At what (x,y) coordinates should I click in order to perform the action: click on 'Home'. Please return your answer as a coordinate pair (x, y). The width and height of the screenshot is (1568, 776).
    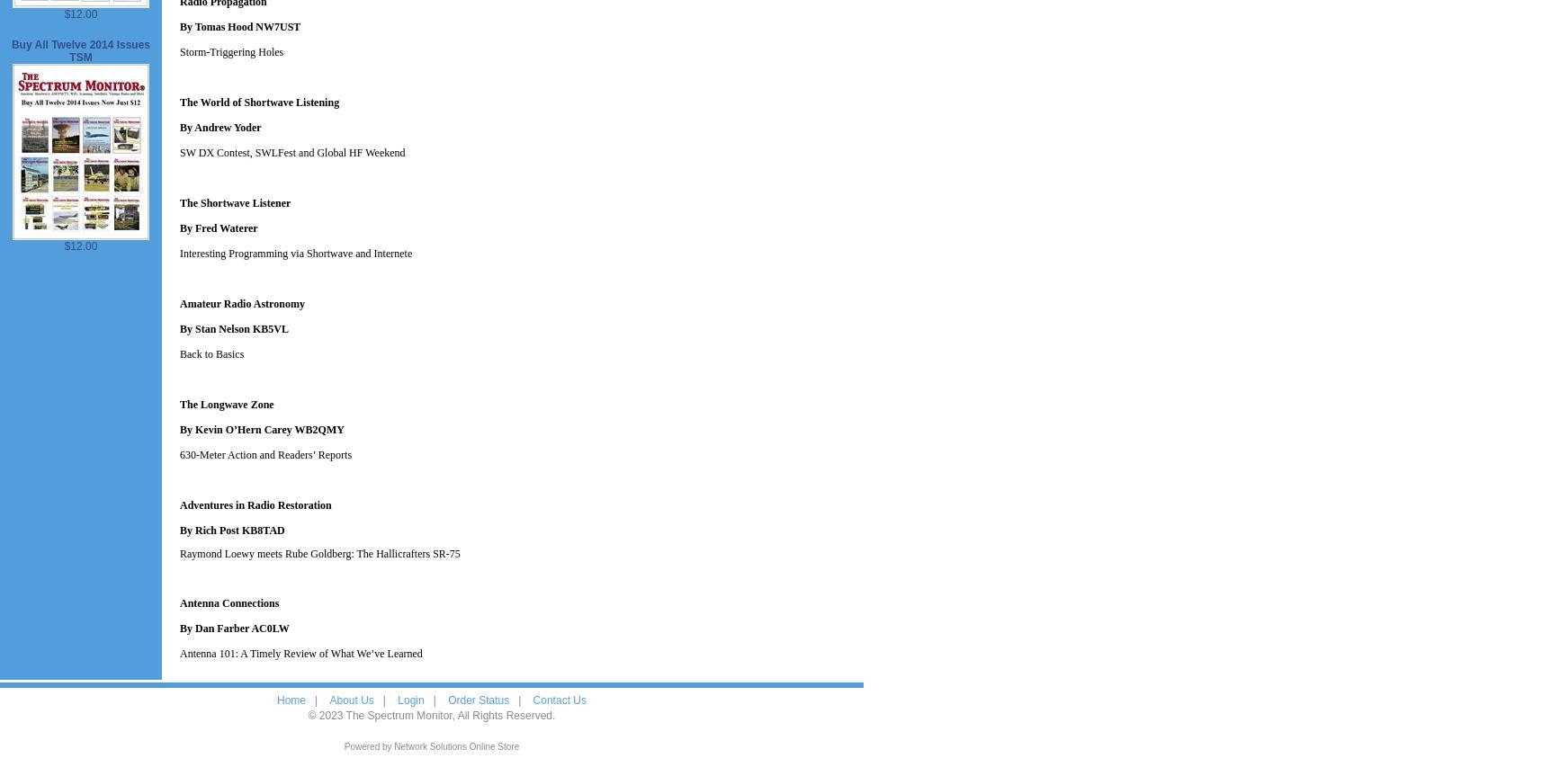
    Looking at the image, I should click on (291, 700).